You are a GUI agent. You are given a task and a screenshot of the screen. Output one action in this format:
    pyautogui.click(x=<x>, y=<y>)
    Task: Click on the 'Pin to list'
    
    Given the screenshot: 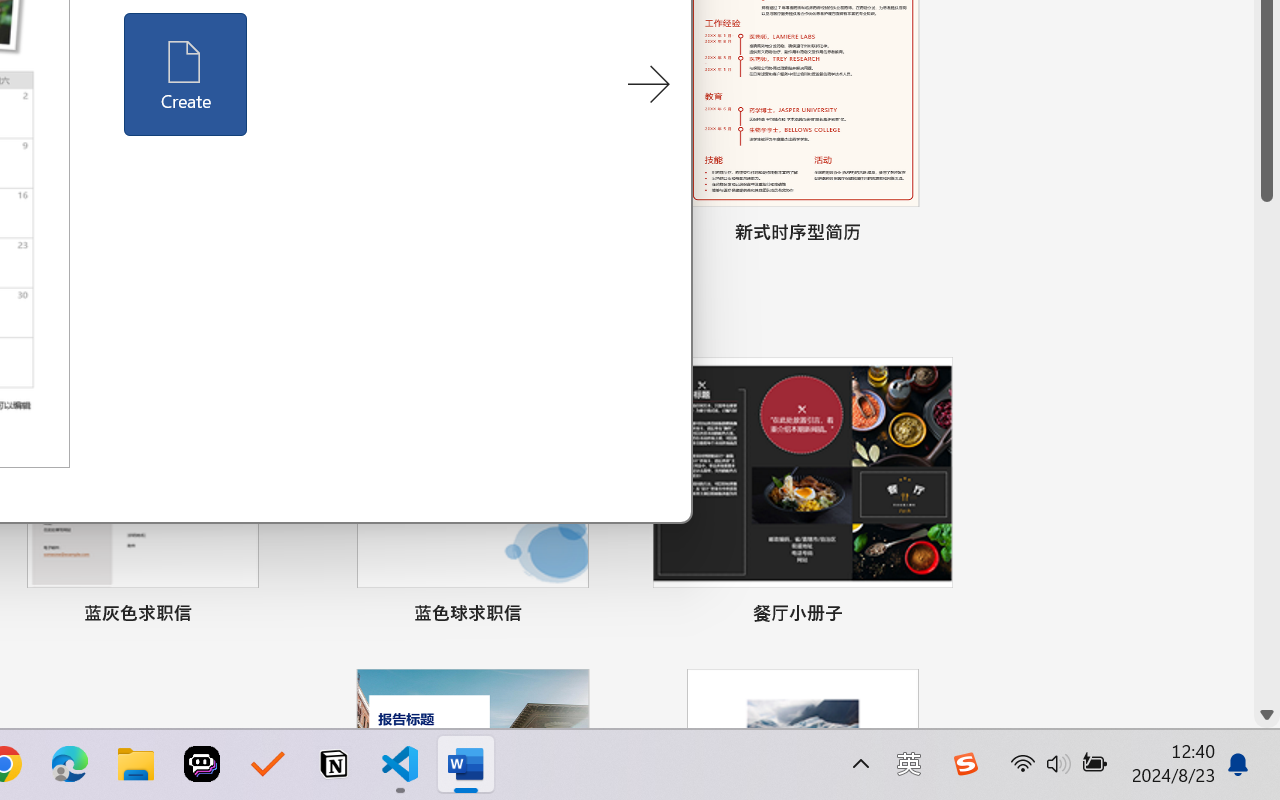 What is the action you would take?
    pyautogui.click(x=933, y=616)
    